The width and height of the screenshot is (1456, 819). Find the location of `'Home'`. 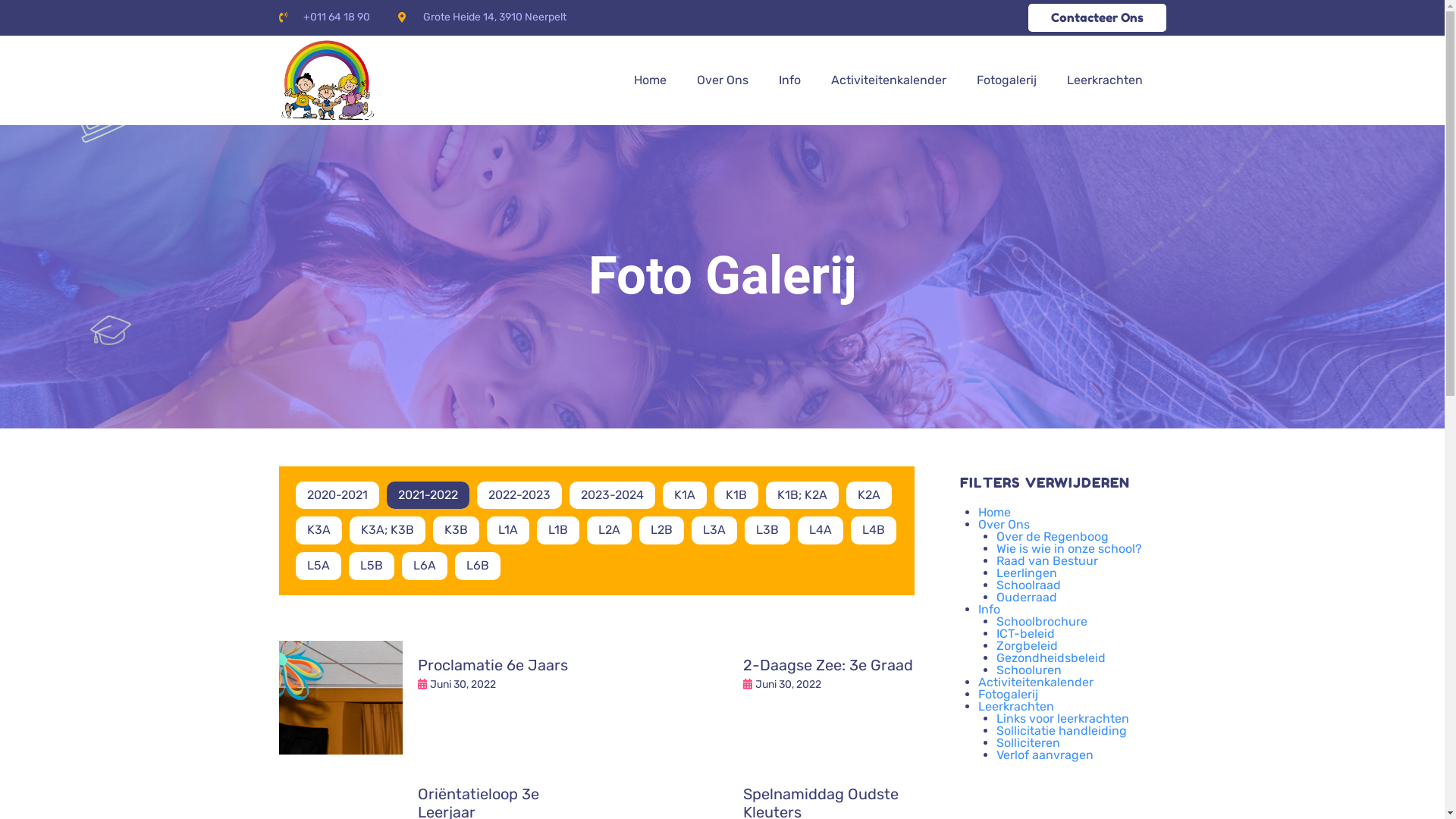

'Home' is located at coordinates (650, 80).